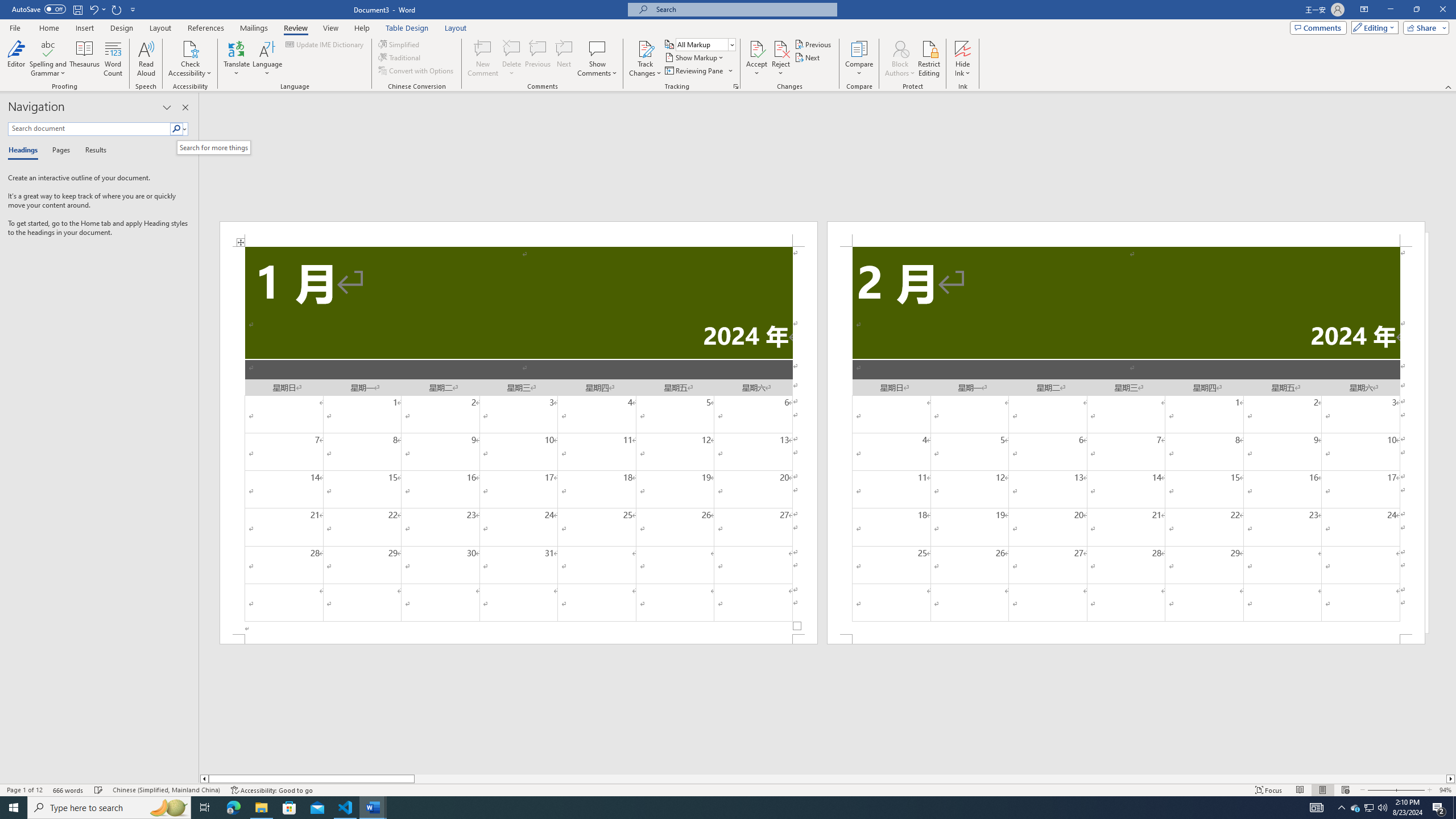 The image size is (1456, 819). I want to click on 'Column left', so click(204, 778).